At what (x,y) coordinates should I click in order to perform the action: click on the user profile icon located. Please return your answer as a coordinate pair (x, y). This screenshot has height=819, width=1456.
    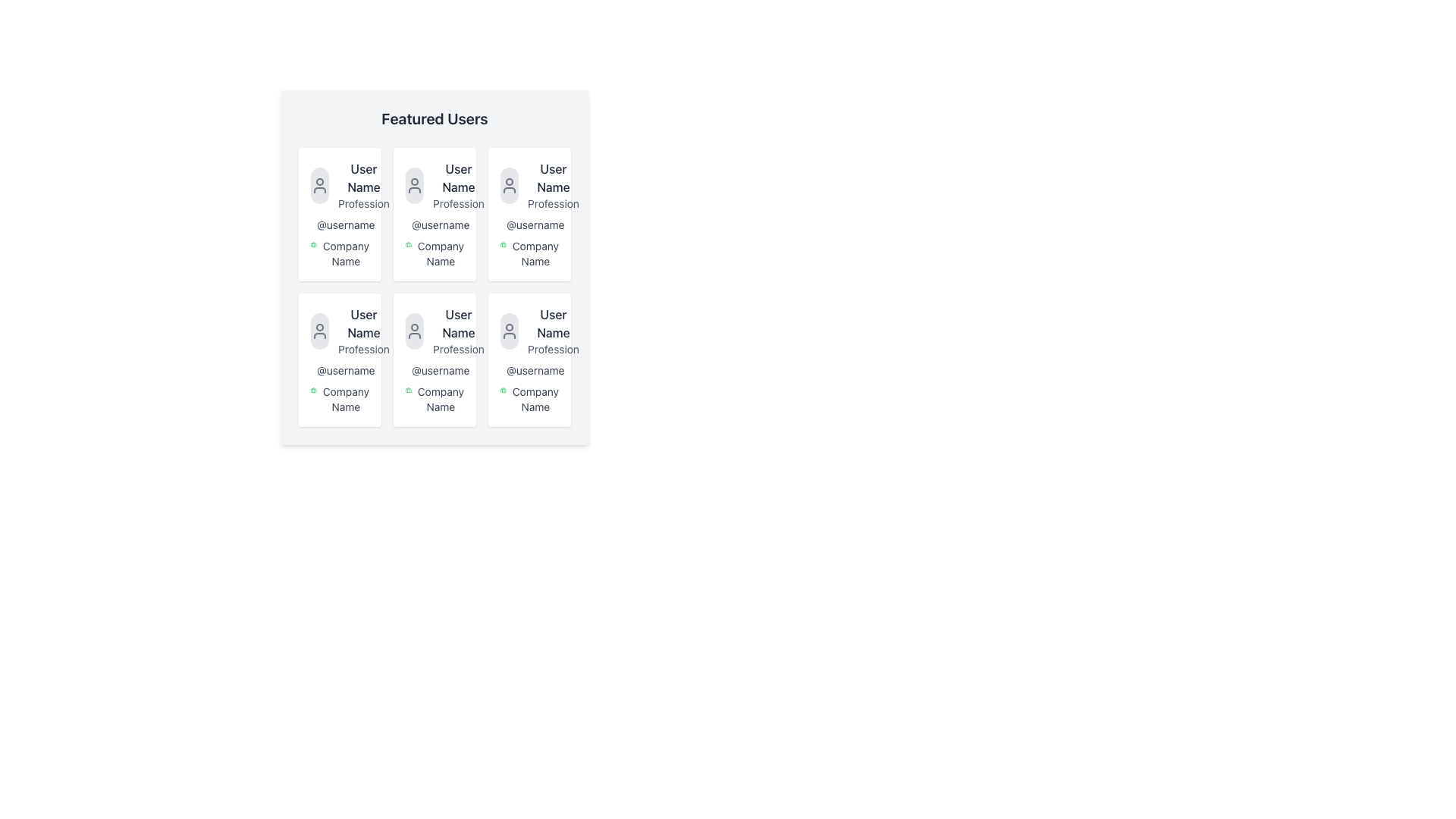
    Looking at the image, I should click on (319, 330).